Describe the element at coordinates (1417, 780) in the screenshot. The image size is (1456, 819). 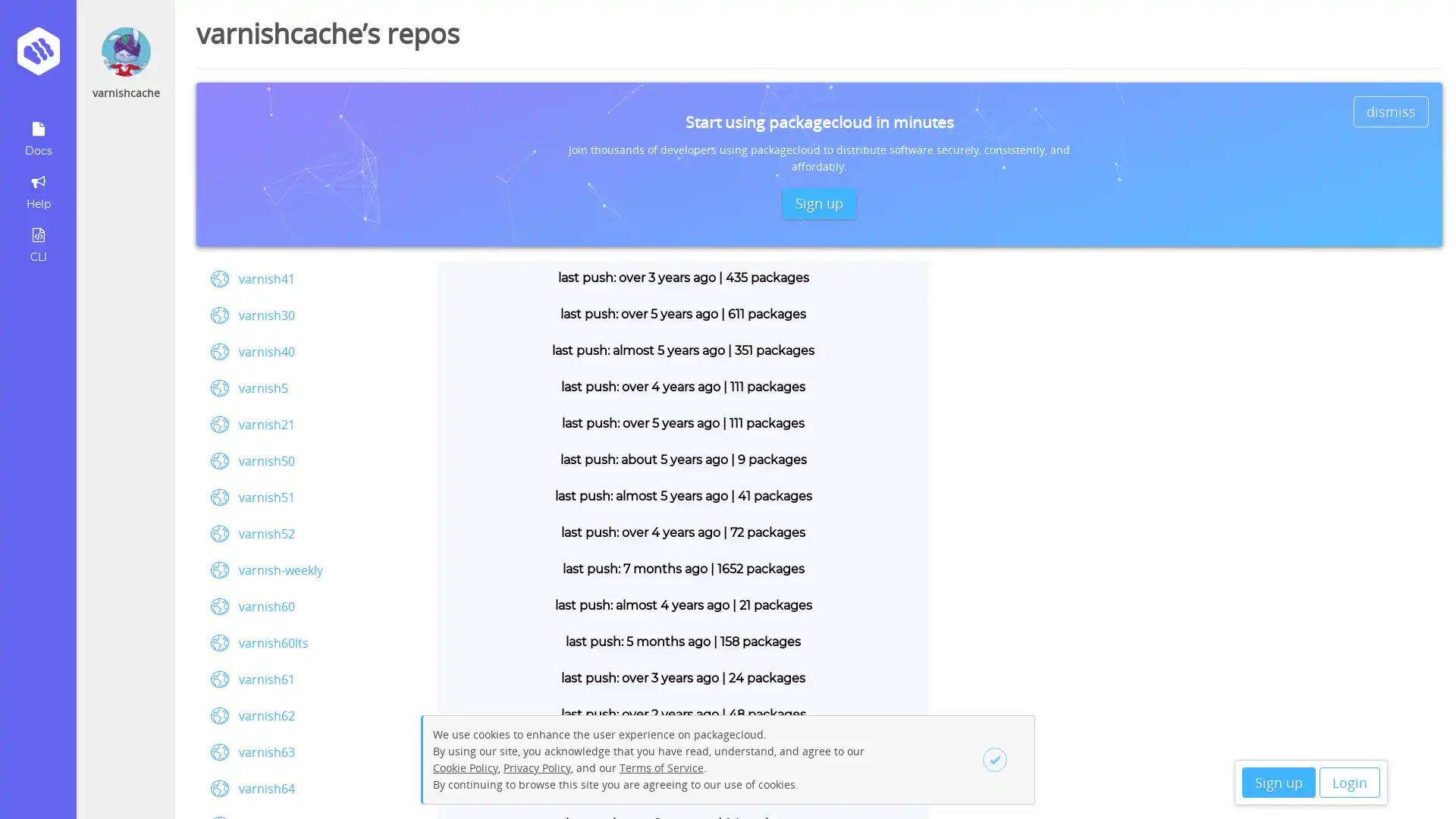
I see `Open Intercom Messenger` at that location.